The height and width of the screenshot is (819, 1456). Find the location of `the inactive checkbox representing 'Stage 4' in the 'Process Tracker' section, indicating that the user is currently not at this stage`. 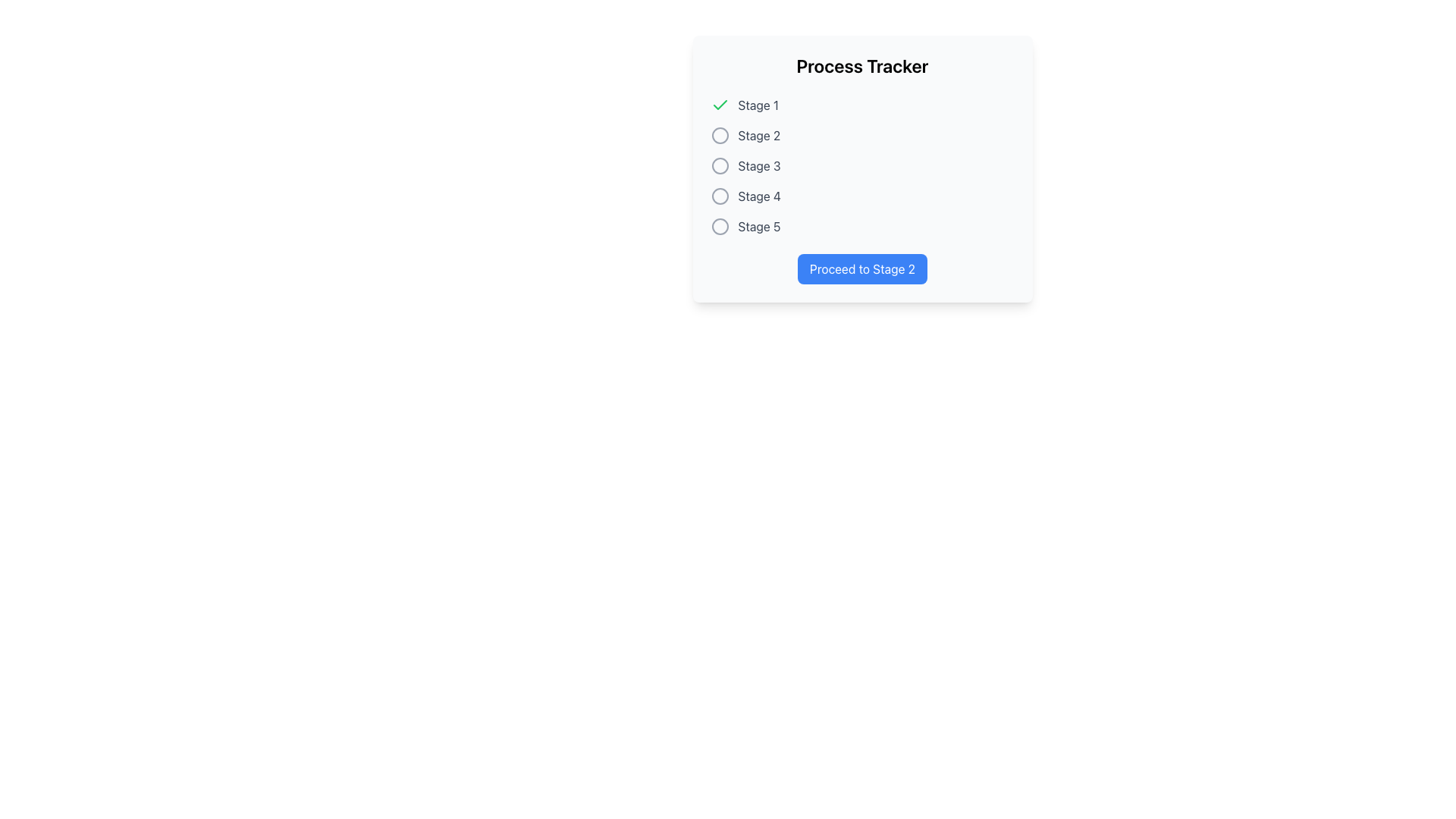

the inactive checkbox representing 'Stage 4' in the 'Process Tracker' section, indicating that the user is currently not at this stage is located at coordinates (719, 195).